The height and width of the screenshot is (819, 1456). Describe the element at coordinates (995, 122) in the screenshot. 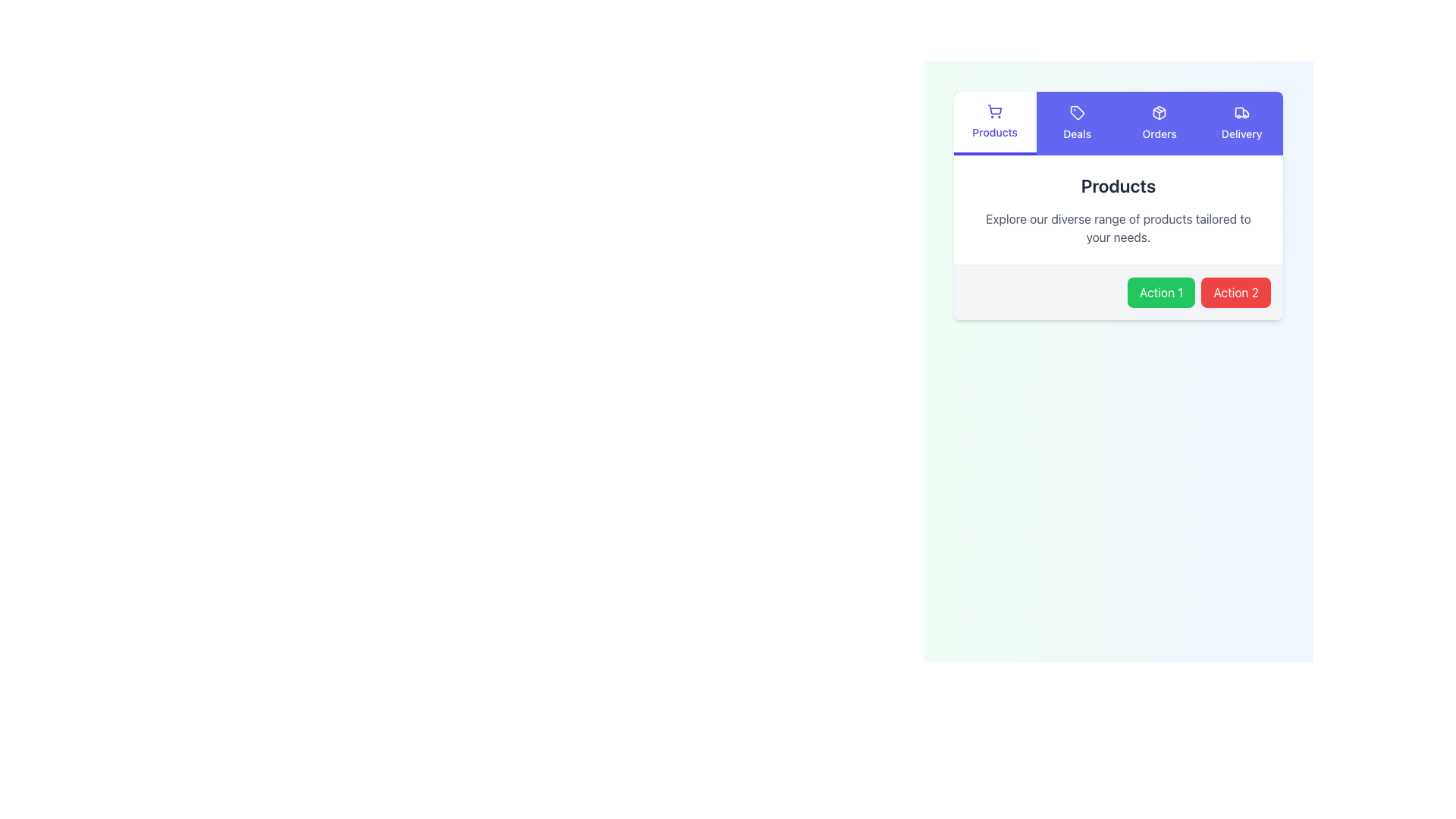

I see `the 'Products' button, which is the leftmost button in a row of four buttons at the top of the interface` at that location.